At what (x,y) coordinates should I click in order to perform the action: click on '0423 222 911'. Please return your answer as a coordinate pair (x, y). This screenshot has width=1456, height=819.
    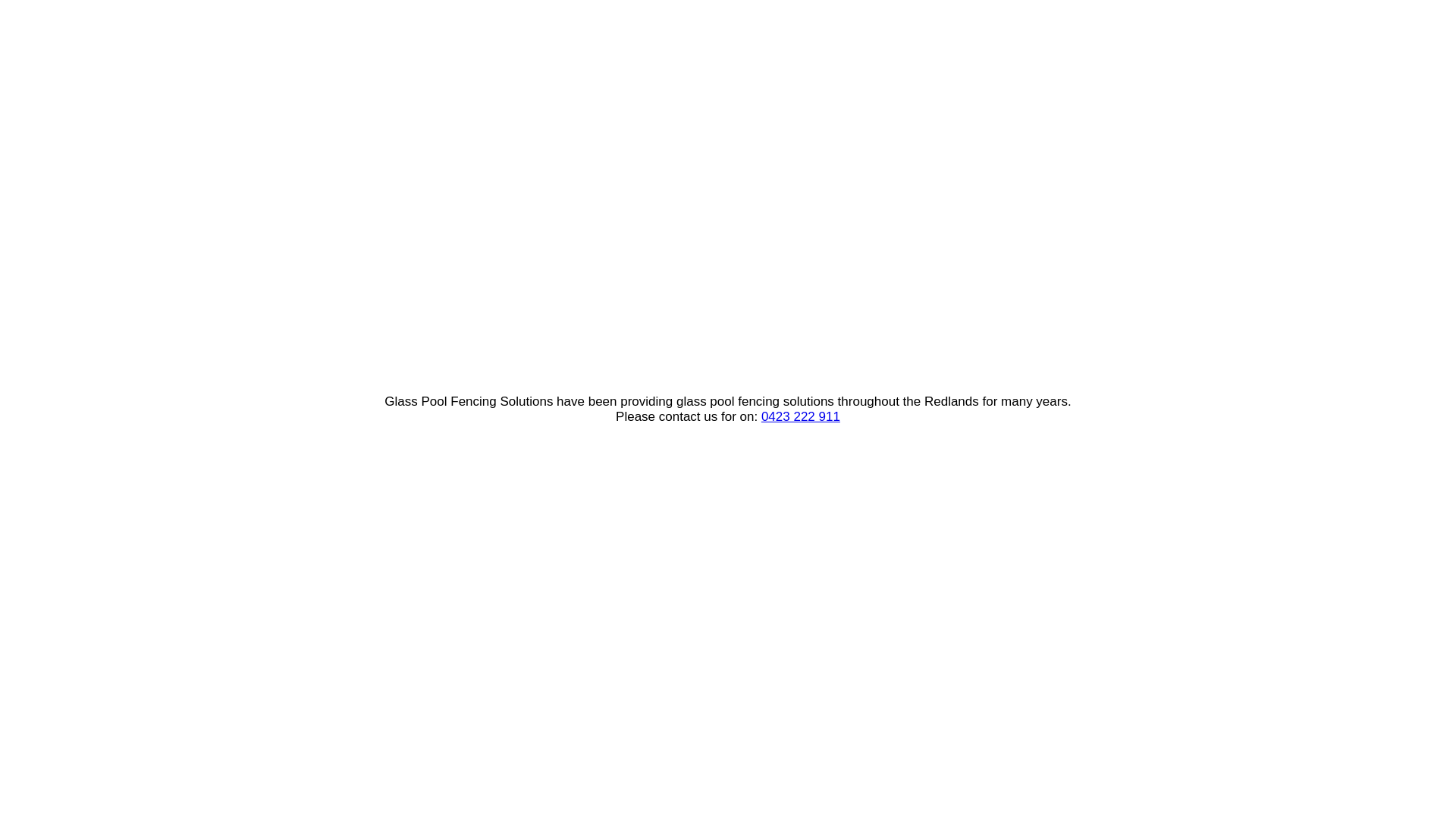
    Looking at the image, I should click on (800, 416).